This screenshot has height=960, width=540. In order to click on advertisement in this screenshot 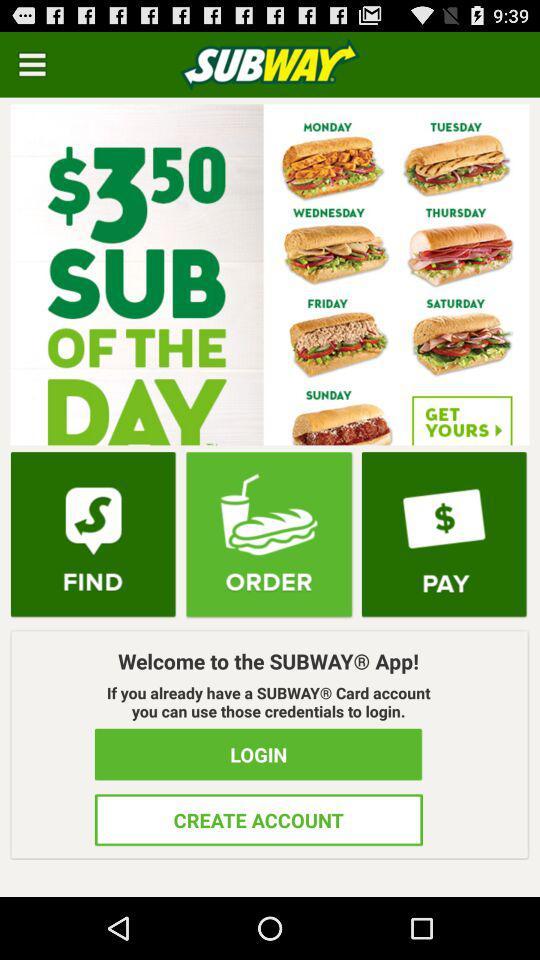, I will do `click(270, 273)`.